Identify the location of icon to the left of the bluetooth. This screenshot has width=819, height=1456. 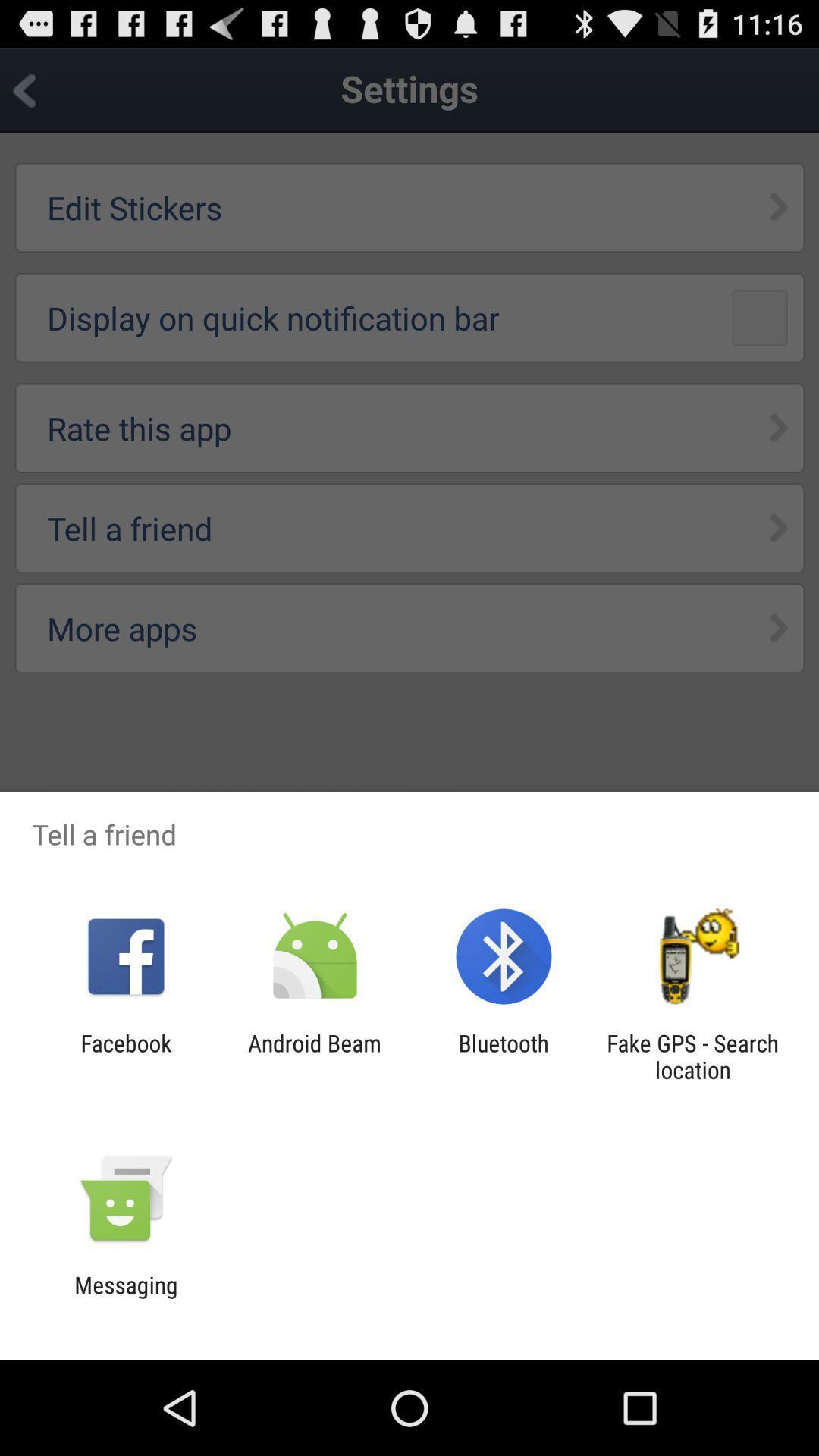
(314, 1056).